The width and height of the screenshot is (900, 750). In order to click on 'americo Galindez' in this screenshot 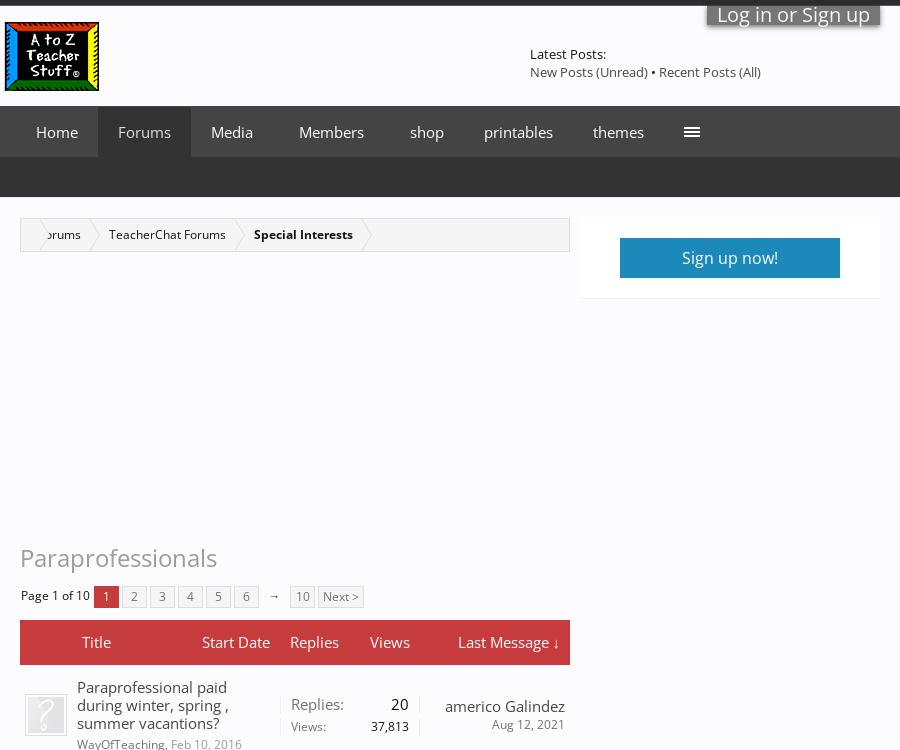, I will do `click(444, 704)`.